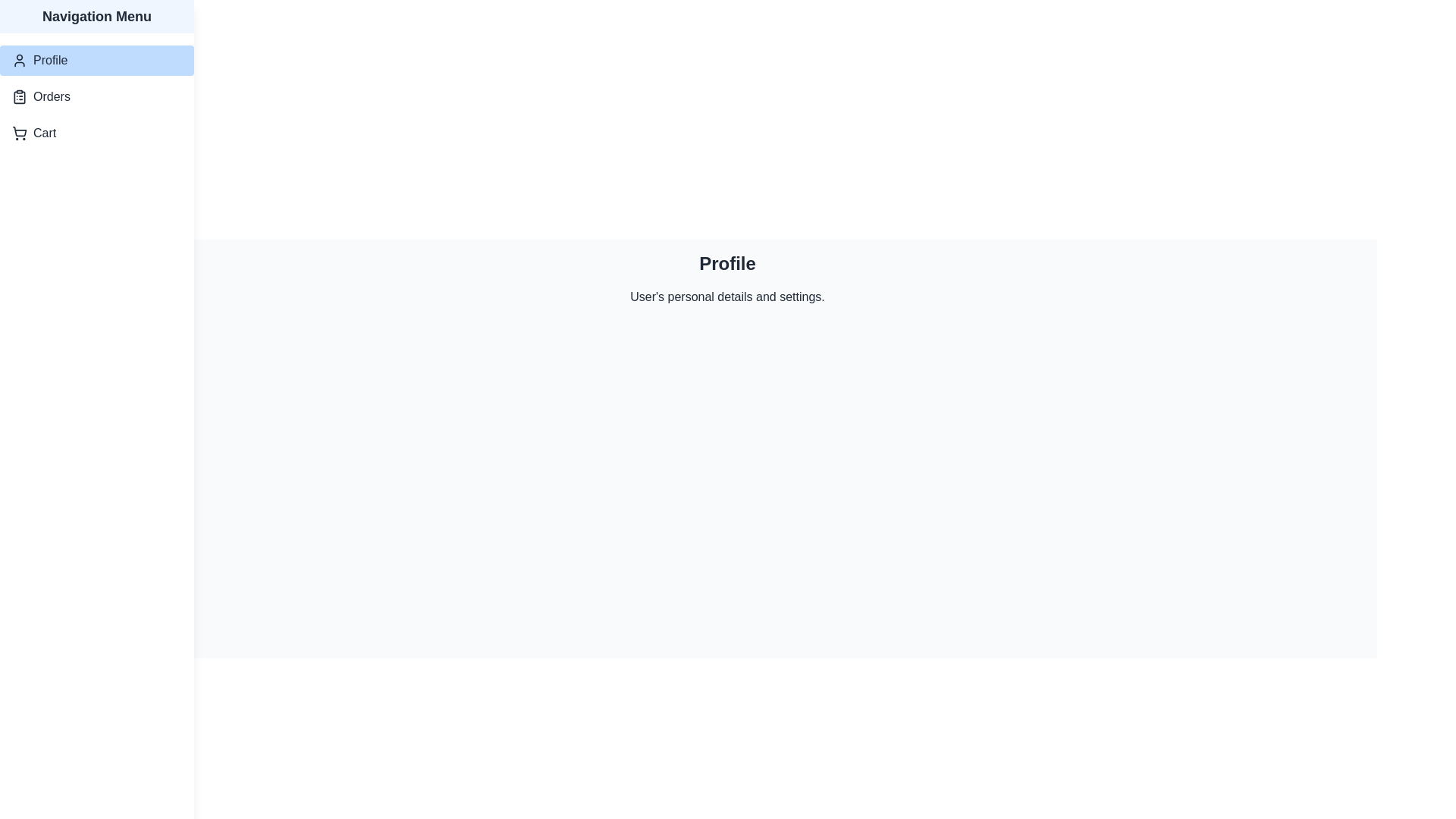 This screenshot has width=1456, height=819. What do you see at coordinates (52, 96) in the screenshot?
I see `the 'Orders' text label in the navigation menu` at bounding box center [52, 96].